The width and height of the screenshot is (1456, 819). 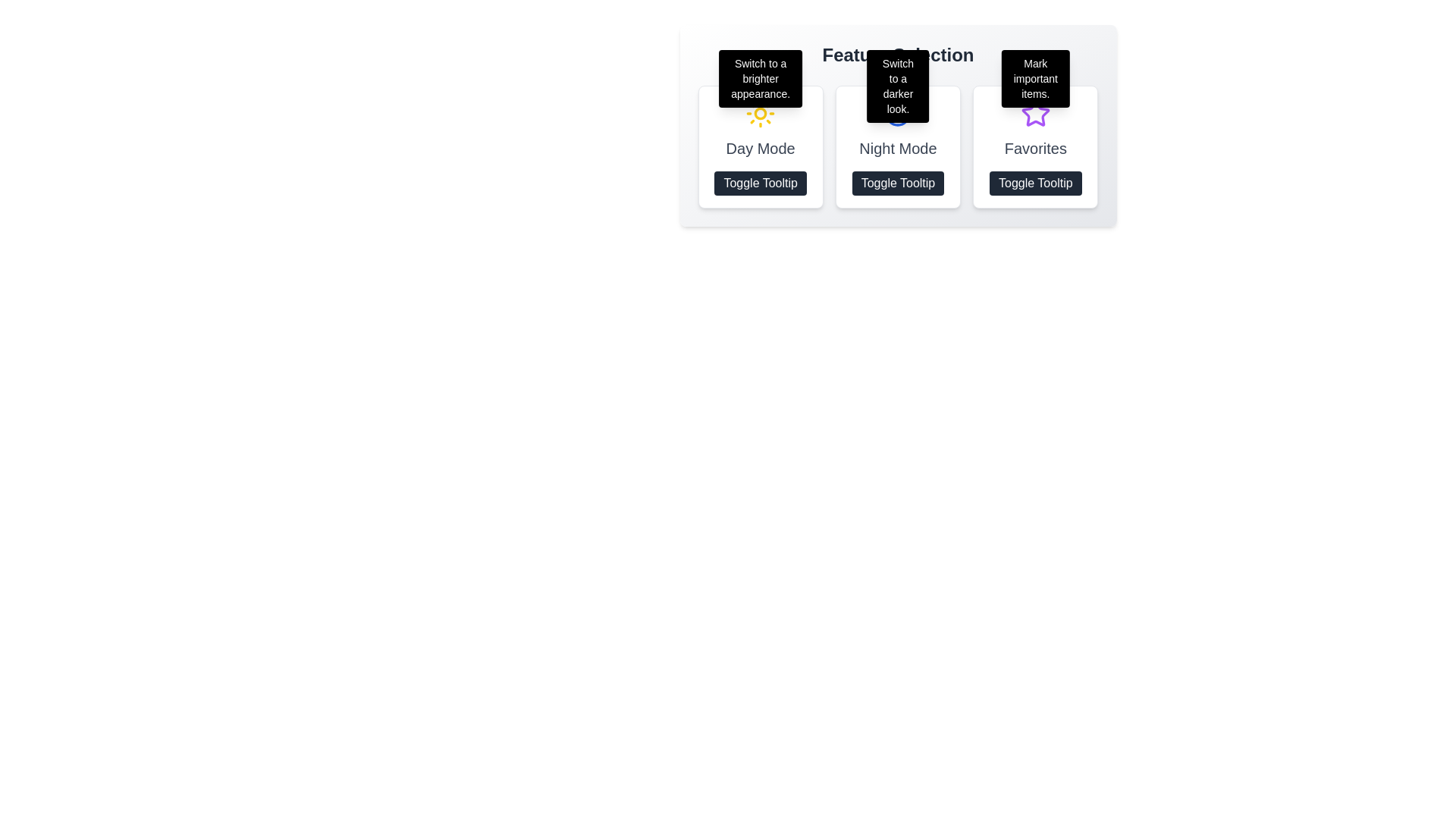 What do you see at coordinates (761, 79) in the screenshot?
I see `the tooltip with the text 'Switch to a brighter appearance.' which appears above the 'Day Mode' section in the UI` at bounding box center [761, 79].